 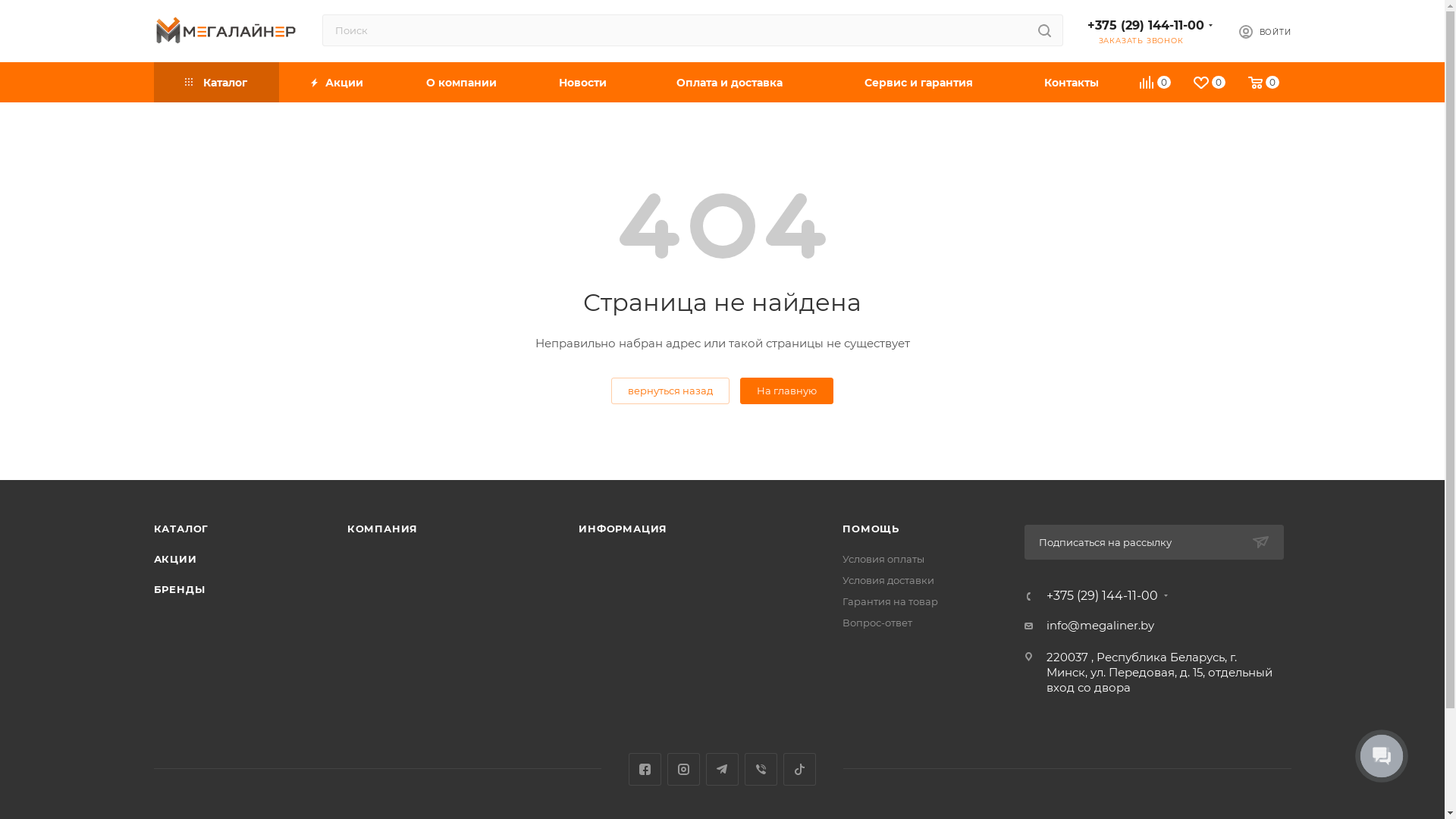 I want to click on 'Facebook', so click(x=645, y=769).